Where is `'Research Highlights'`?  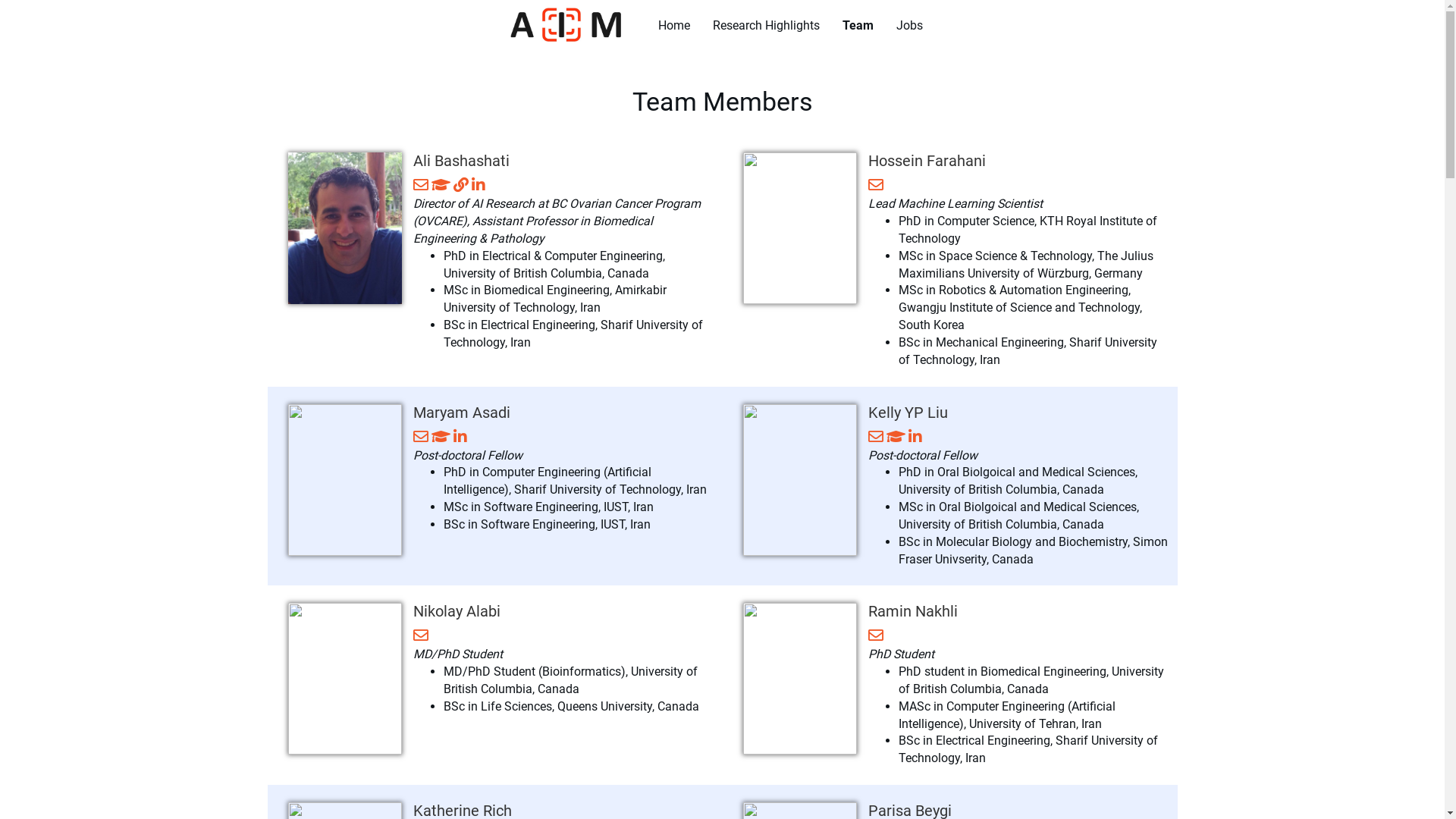 'Research Highlights' is located at coordinates (766, 26).